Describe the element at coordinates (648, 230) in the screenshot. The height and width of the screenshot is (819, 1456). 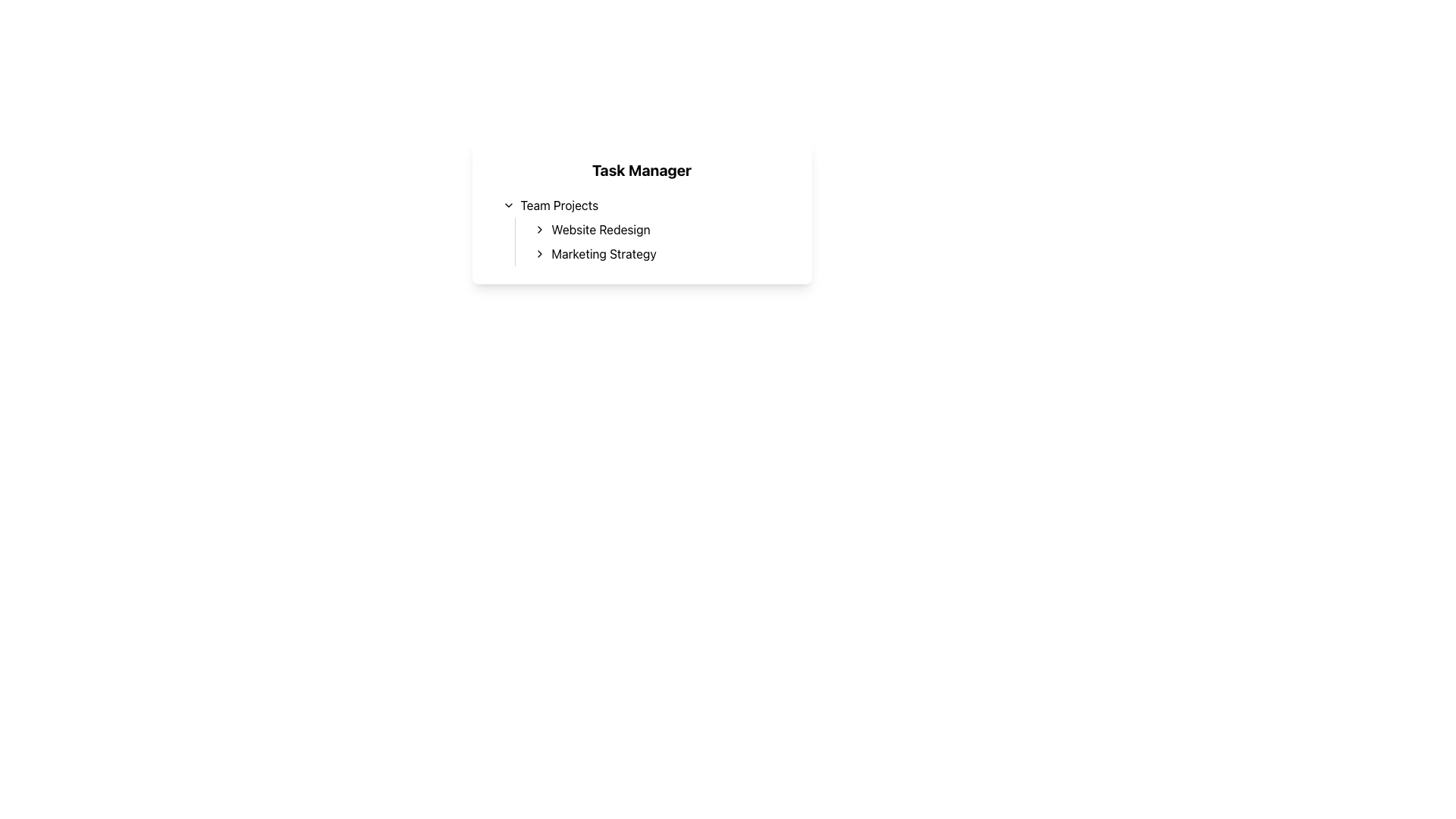
I see `on the second sub-menu item under 'Team Projects' in the collapsible list located below the 'Task Manager' heading` at that location.